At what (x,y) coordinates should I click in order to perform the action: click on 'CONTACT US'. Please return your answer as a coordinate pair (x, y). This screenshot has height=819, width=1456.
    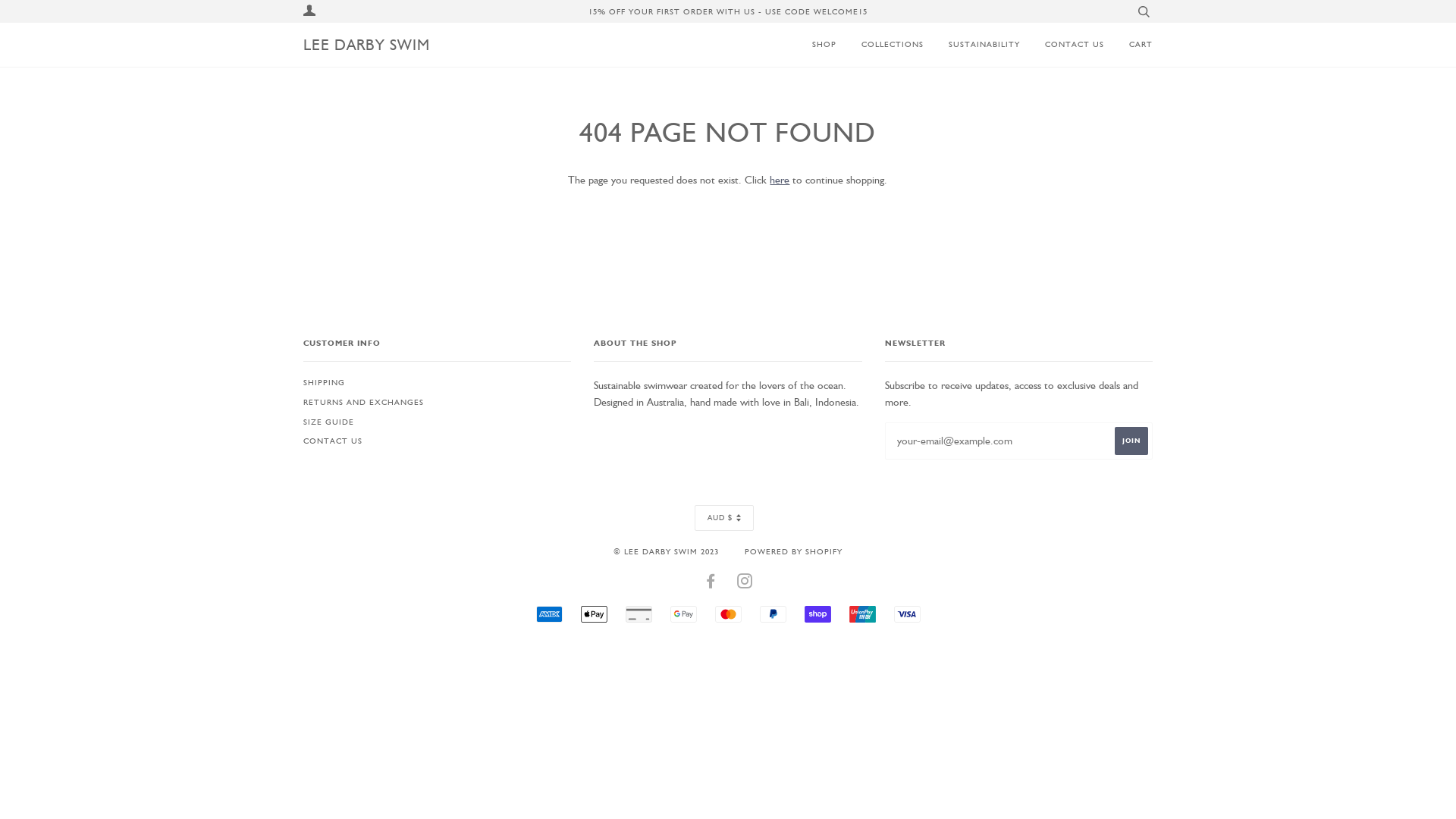
    Looking at the image, I should click on (1062, 43).